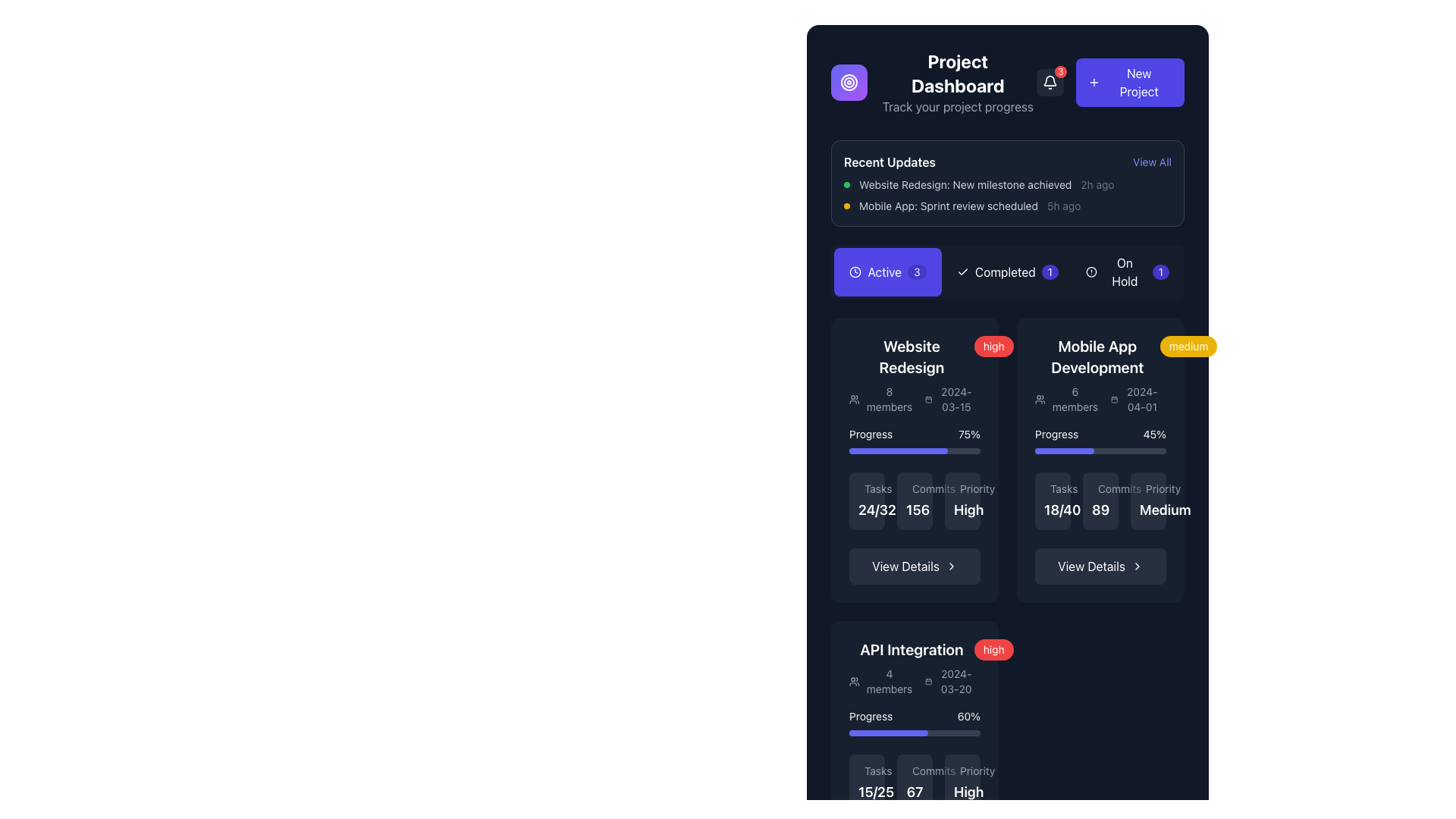  What do you see at coordinates (928, 399) in the screenshot?
I see `the calendar icon located to the left of the date text '2024-03-15' inside the 'Website Redesign' card in the dashboard layout` at bounding box center [928, 399].